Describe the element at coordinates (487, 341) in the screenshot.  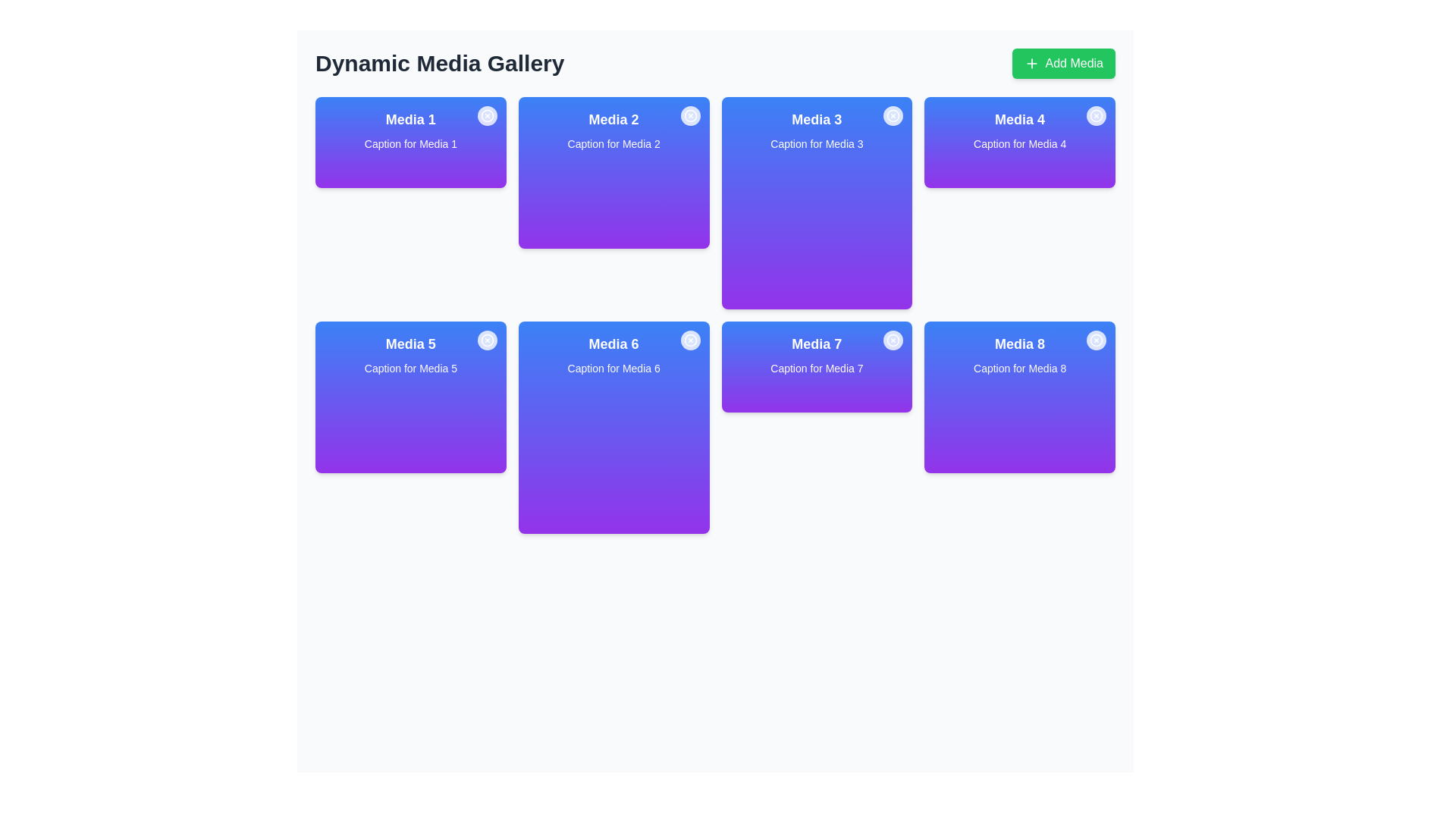
I see `the close button located at the upper-right corner of the 'Media 5' card` at that location.